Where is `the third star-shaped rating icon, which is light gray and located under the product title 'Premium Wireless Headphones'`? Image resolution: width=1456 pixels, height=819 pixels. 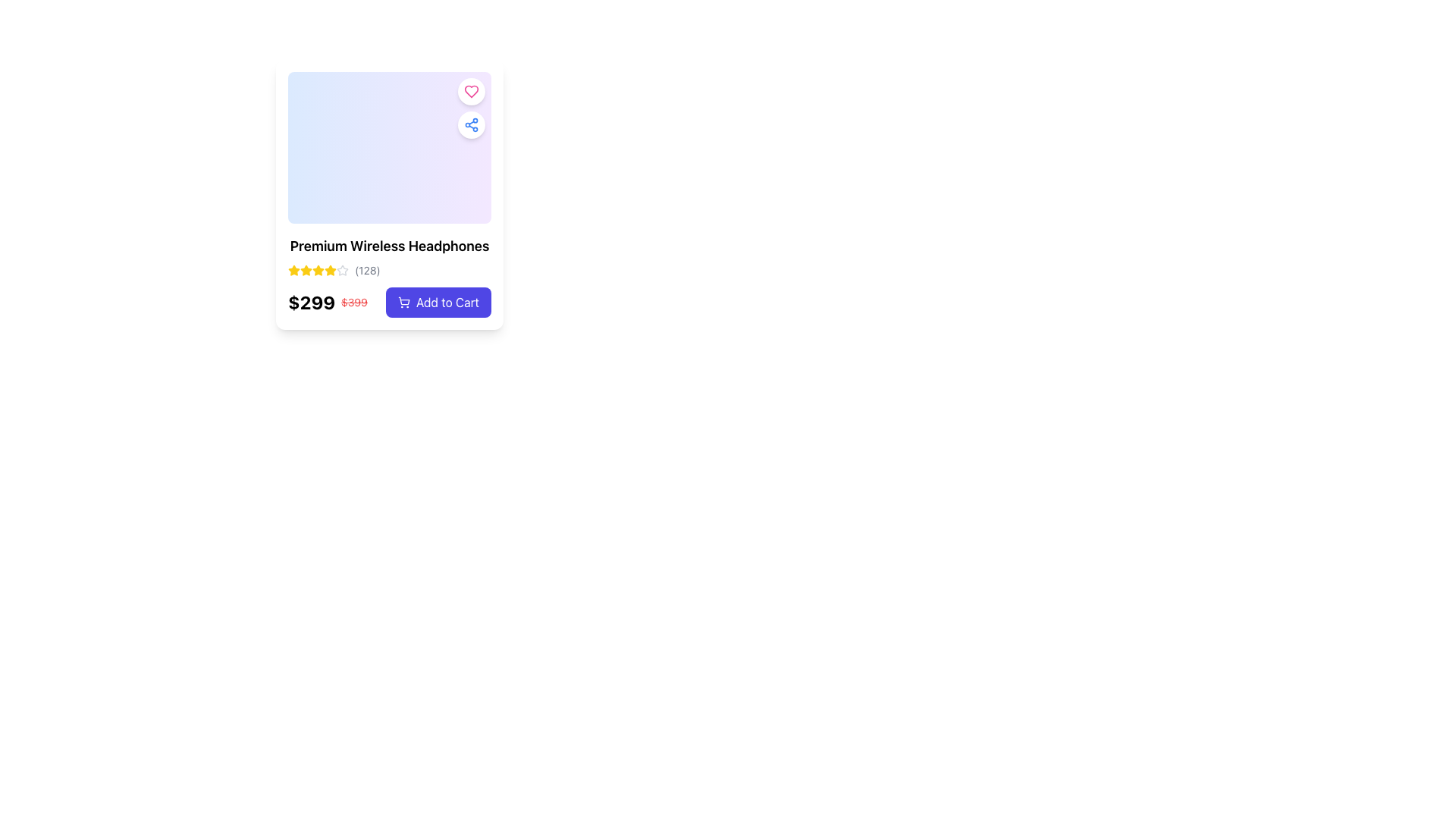
the third star-shaped rating icon, which is light gray and located under the product title 'Premium Wireless Headphones' is located at coordinates (341, 269).